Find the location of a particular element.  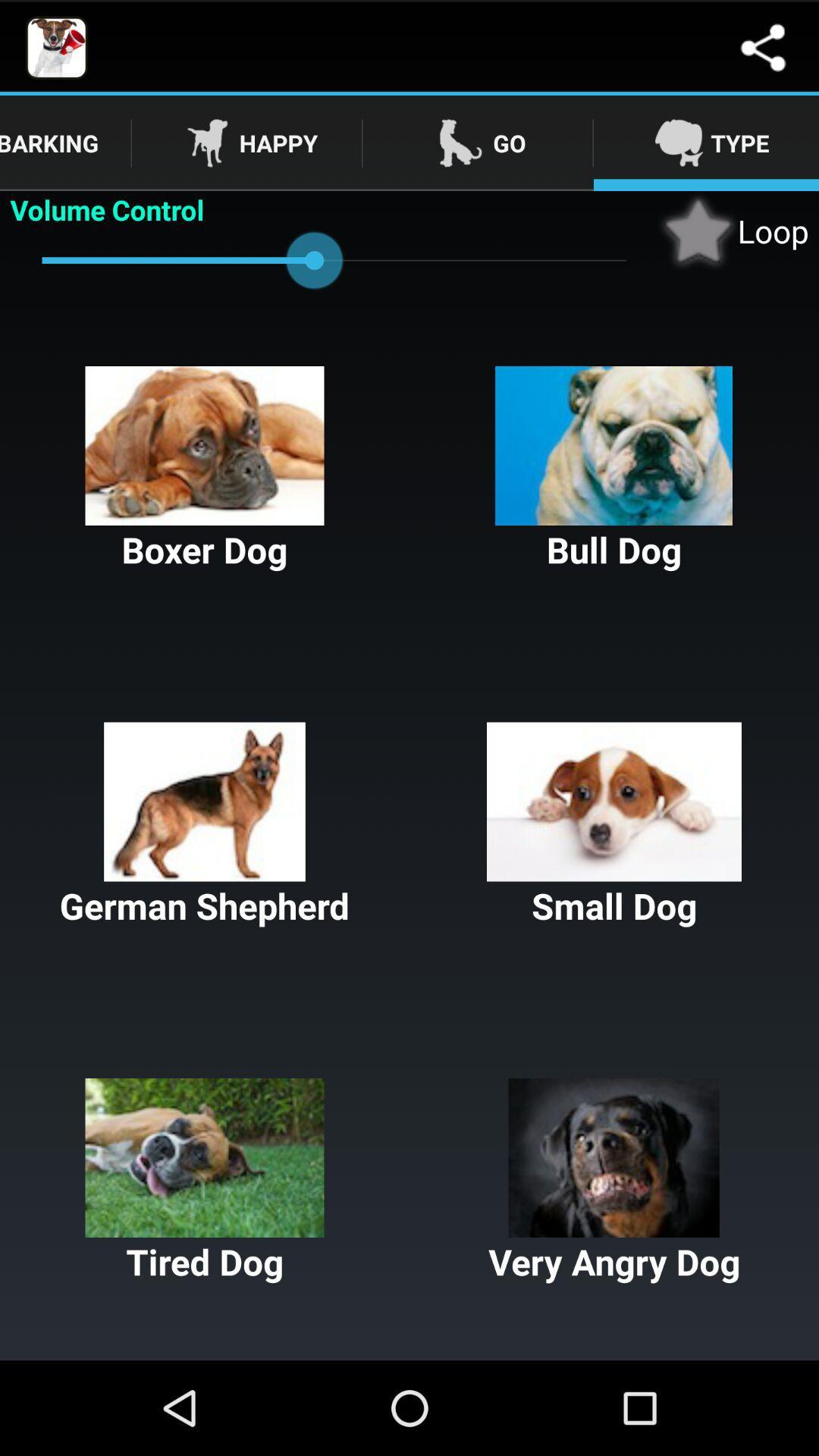

the image which is is at top left side of the page is located at coordinates (55, 47).